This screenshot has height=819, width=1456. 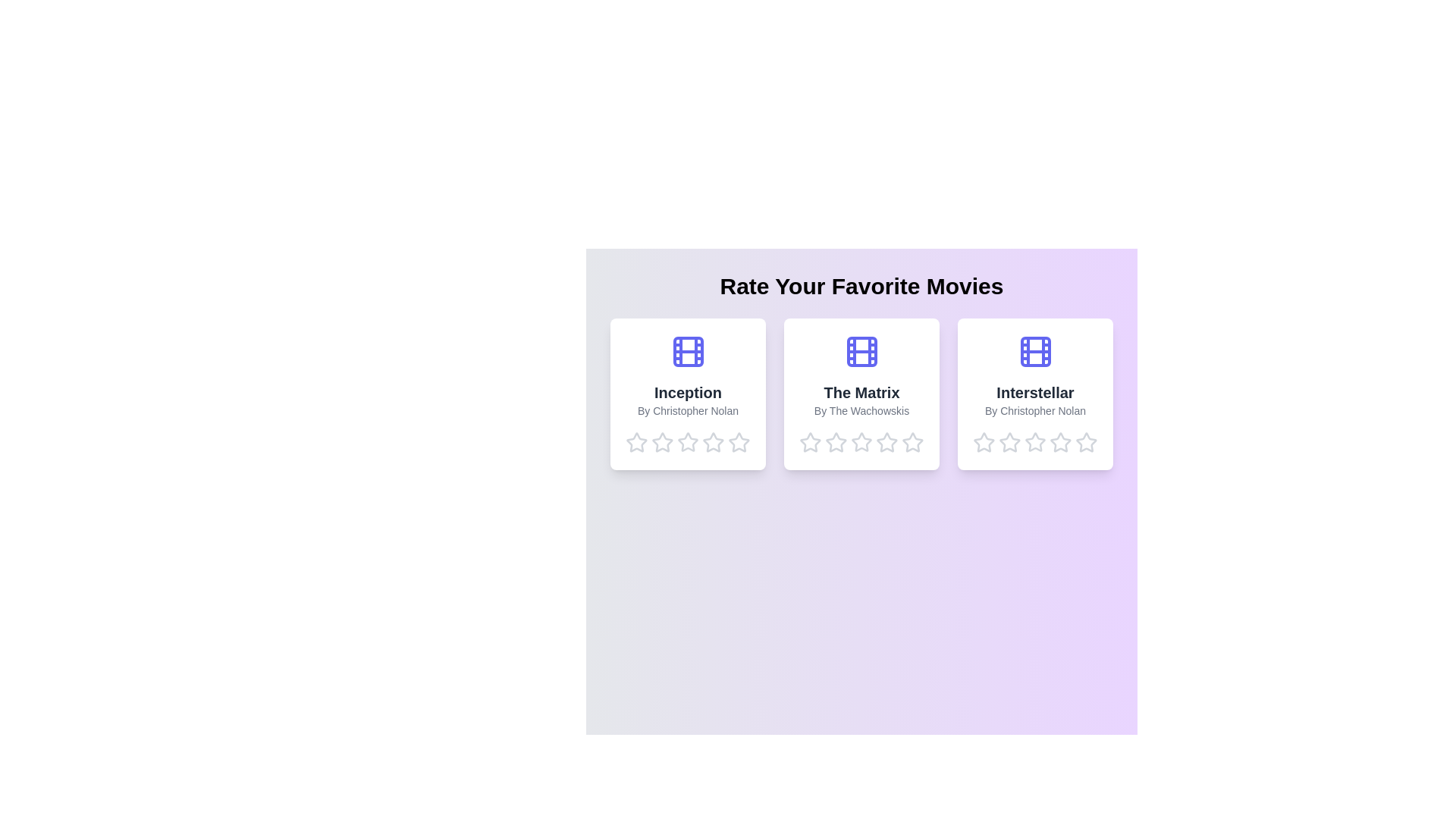 I want to click on the star corresponding to 5 stars for the movie The Matrix, so click(x=912, y=442).